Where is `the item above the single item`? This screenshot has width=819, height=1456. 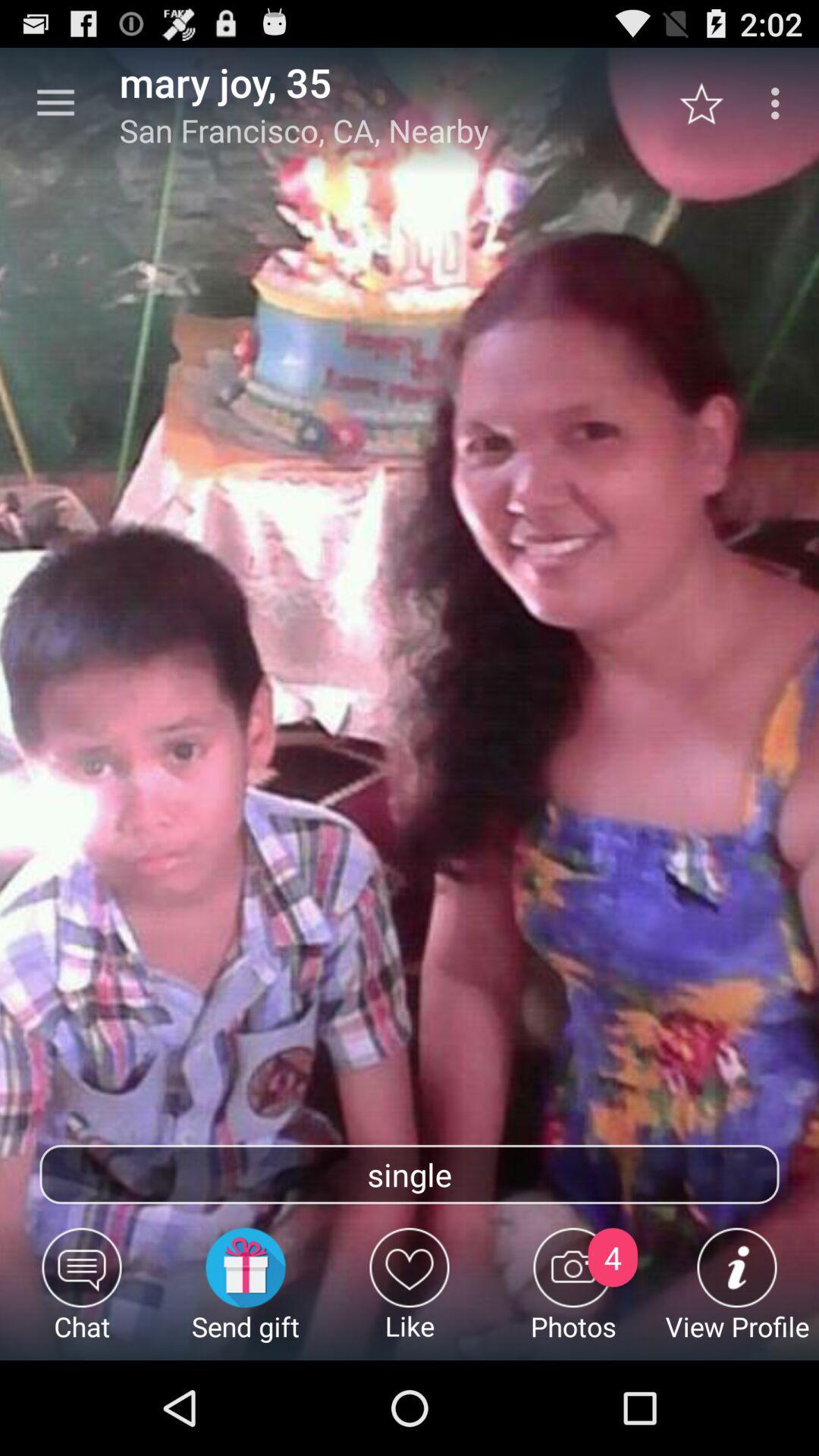
the item above the single item is located at coordinates (709, 102).